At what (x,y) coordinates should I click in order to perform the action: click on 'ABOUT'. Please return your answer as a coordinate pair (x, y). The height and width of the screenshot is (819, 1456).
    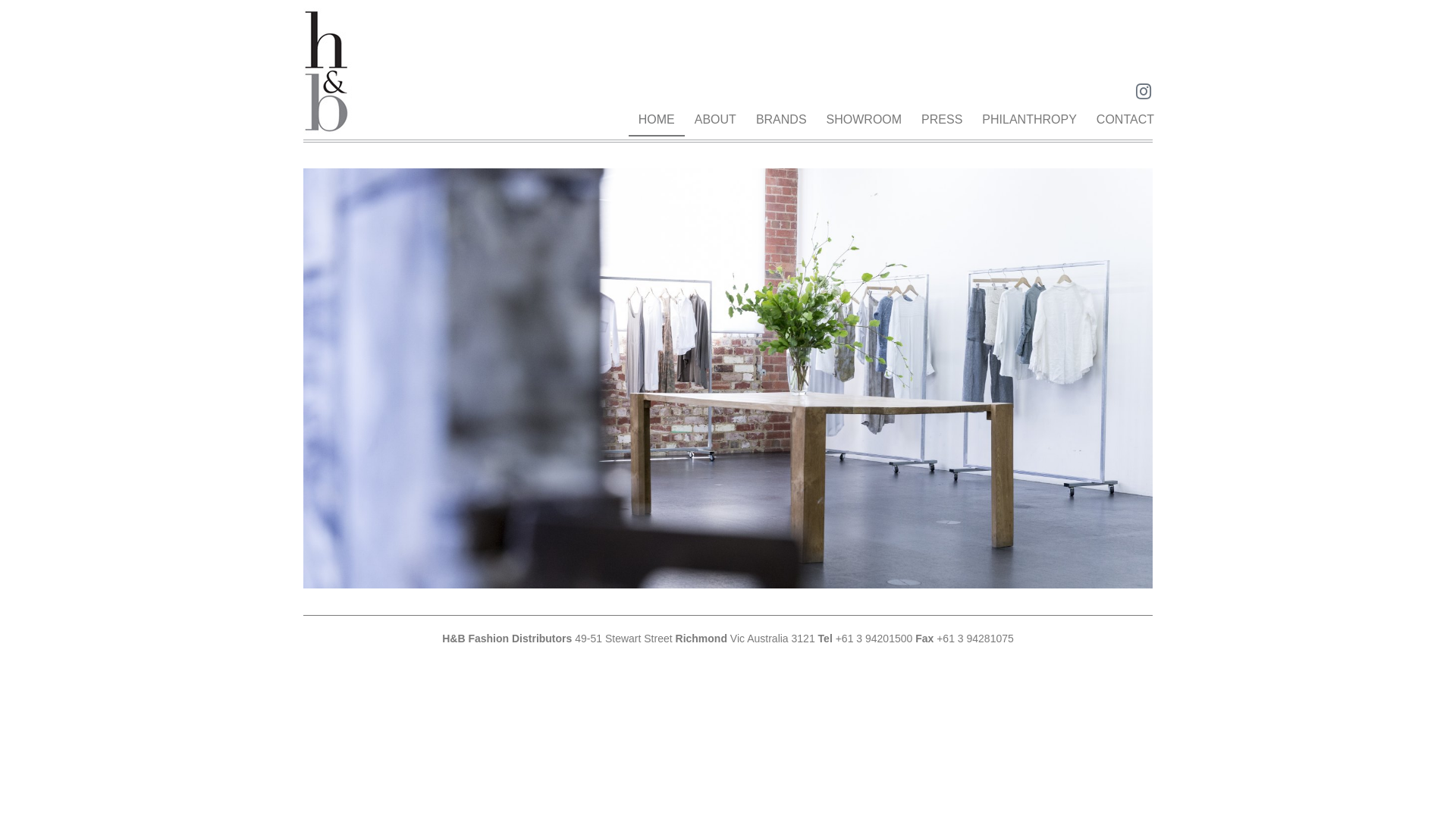
    Looking at the image, I should click on (714, 119).